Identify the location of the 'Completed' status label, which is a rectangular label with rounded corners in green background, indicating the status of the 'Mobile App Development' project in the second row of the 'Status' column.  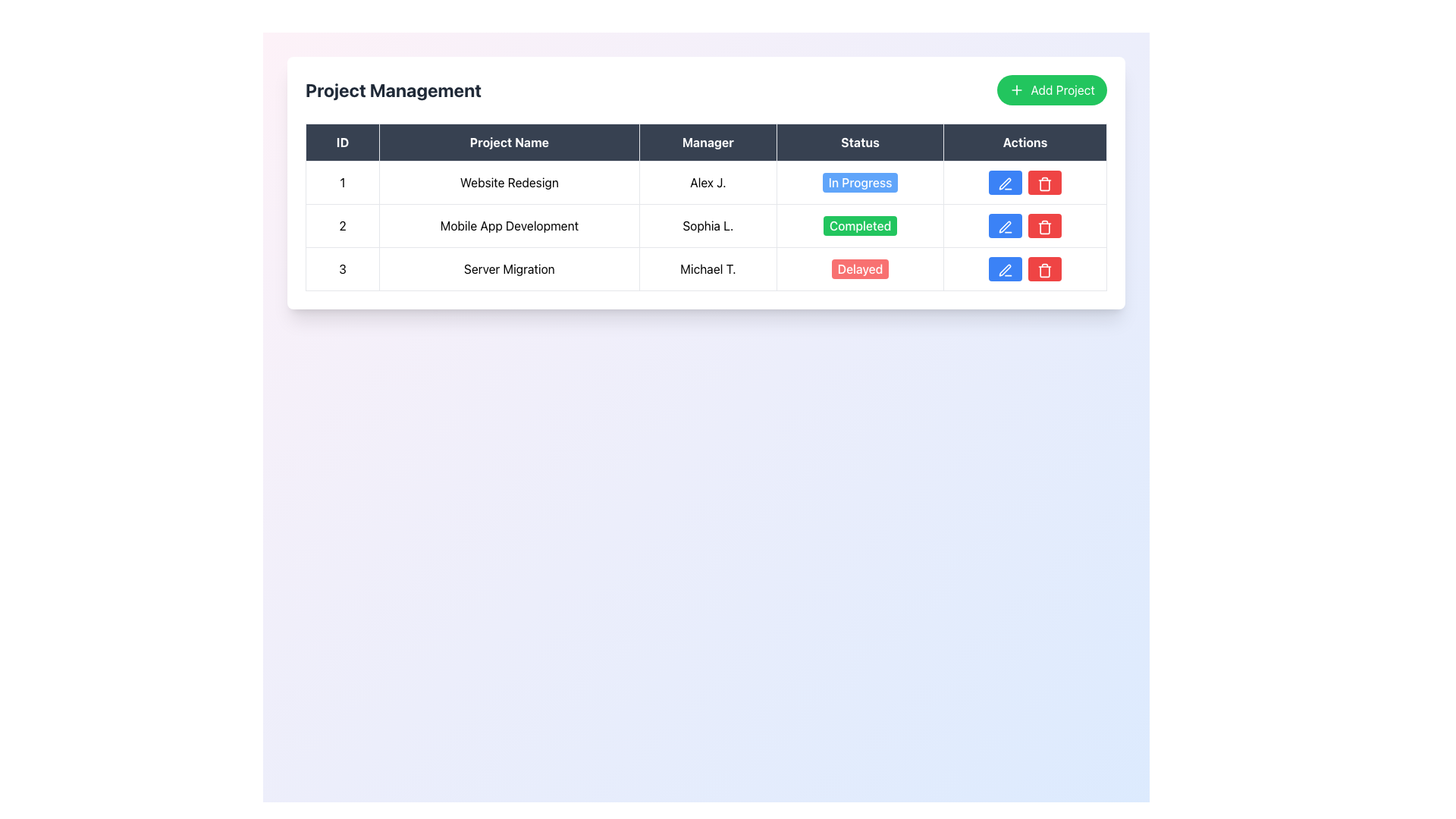
(860, 225).